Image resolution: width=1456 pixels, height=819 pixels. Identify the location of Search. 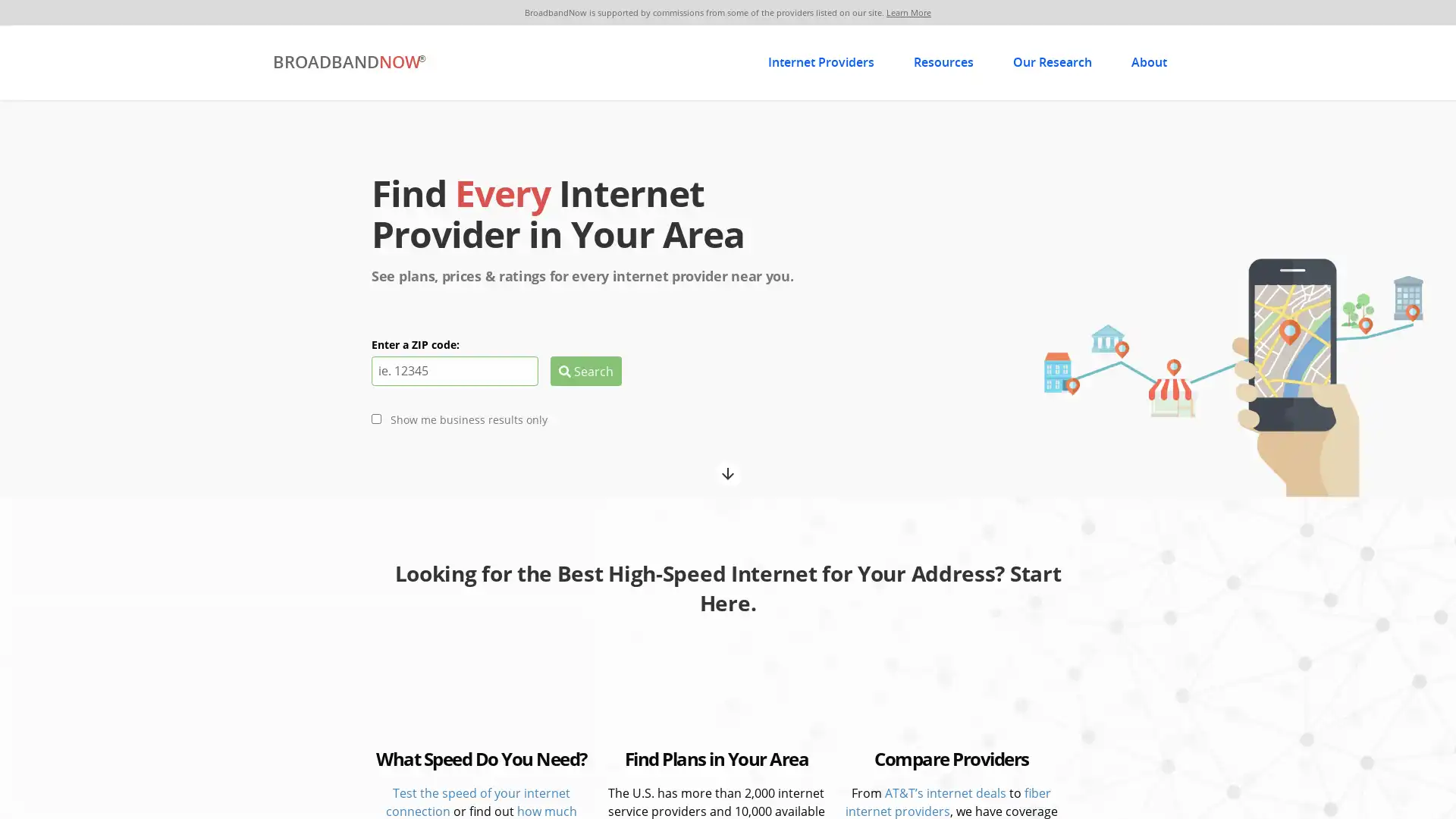
(585, 370).